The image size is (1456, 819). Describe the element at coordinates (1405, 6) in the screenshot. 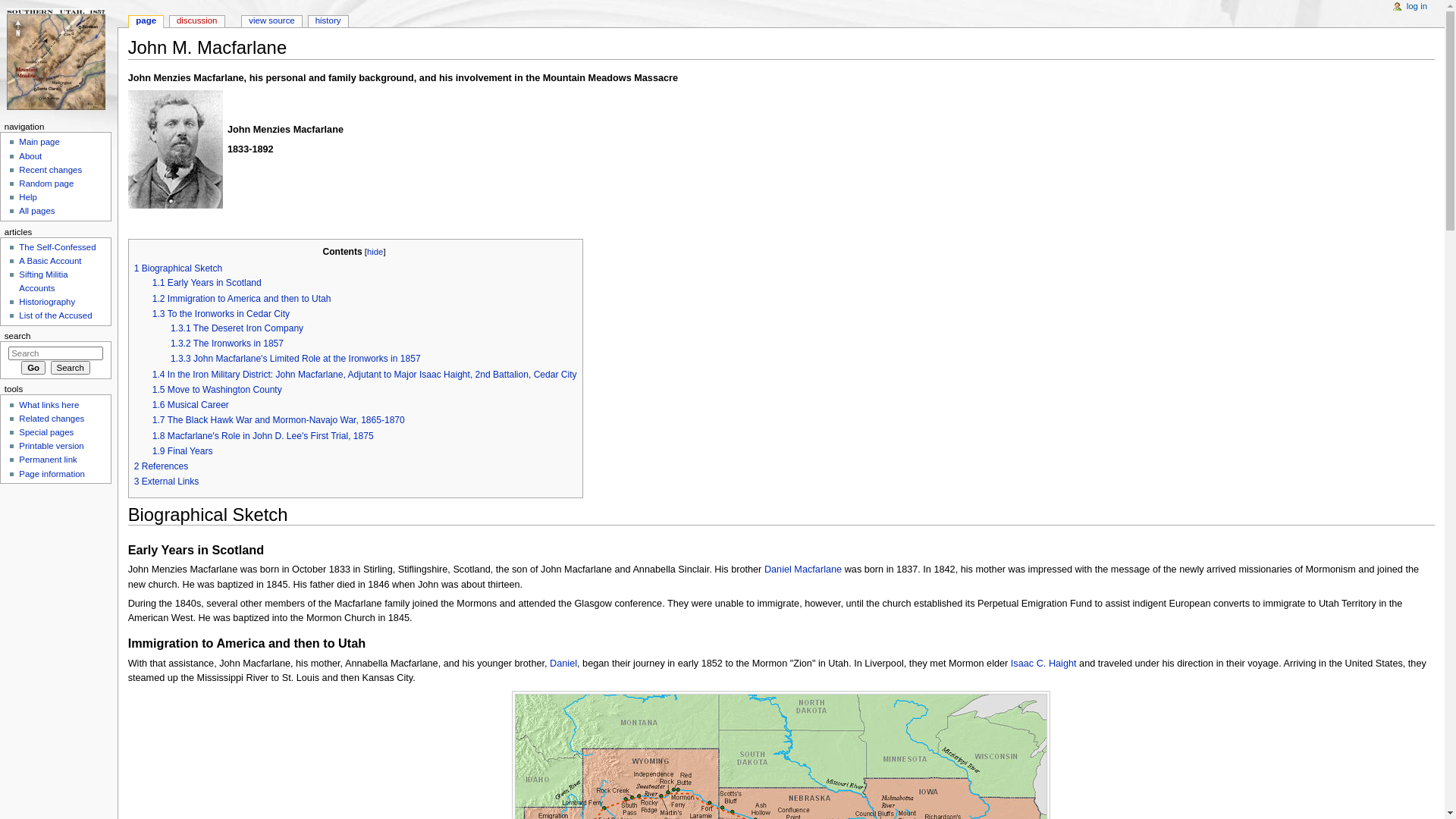

I see `'log in'` at that location.